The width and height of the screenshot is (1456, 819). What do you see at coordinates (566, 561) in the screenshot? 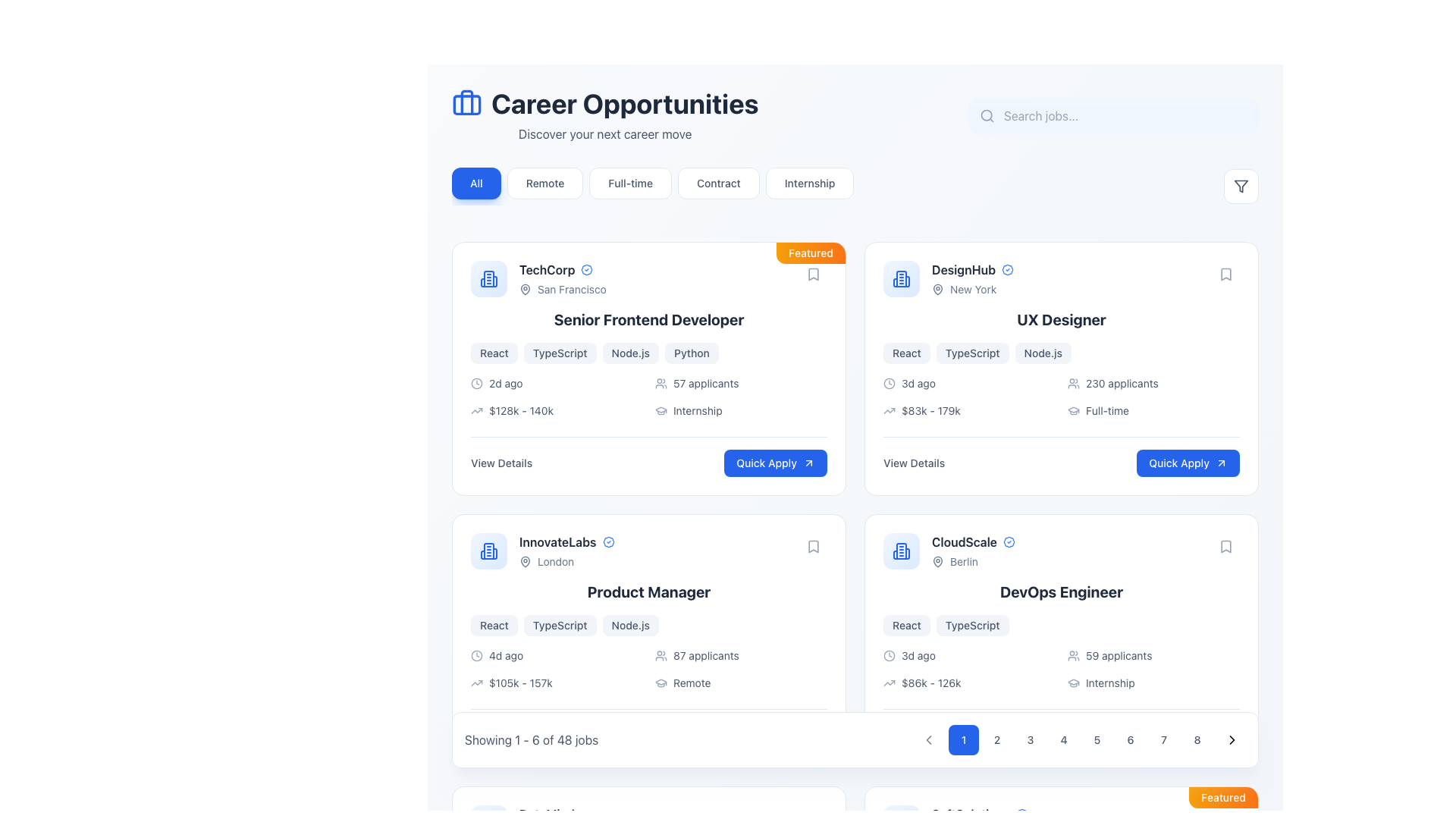
I see `the text label that indicates the job location, which is positioned under the job title and company name in the job listing card` at bounding box center [566, 561].